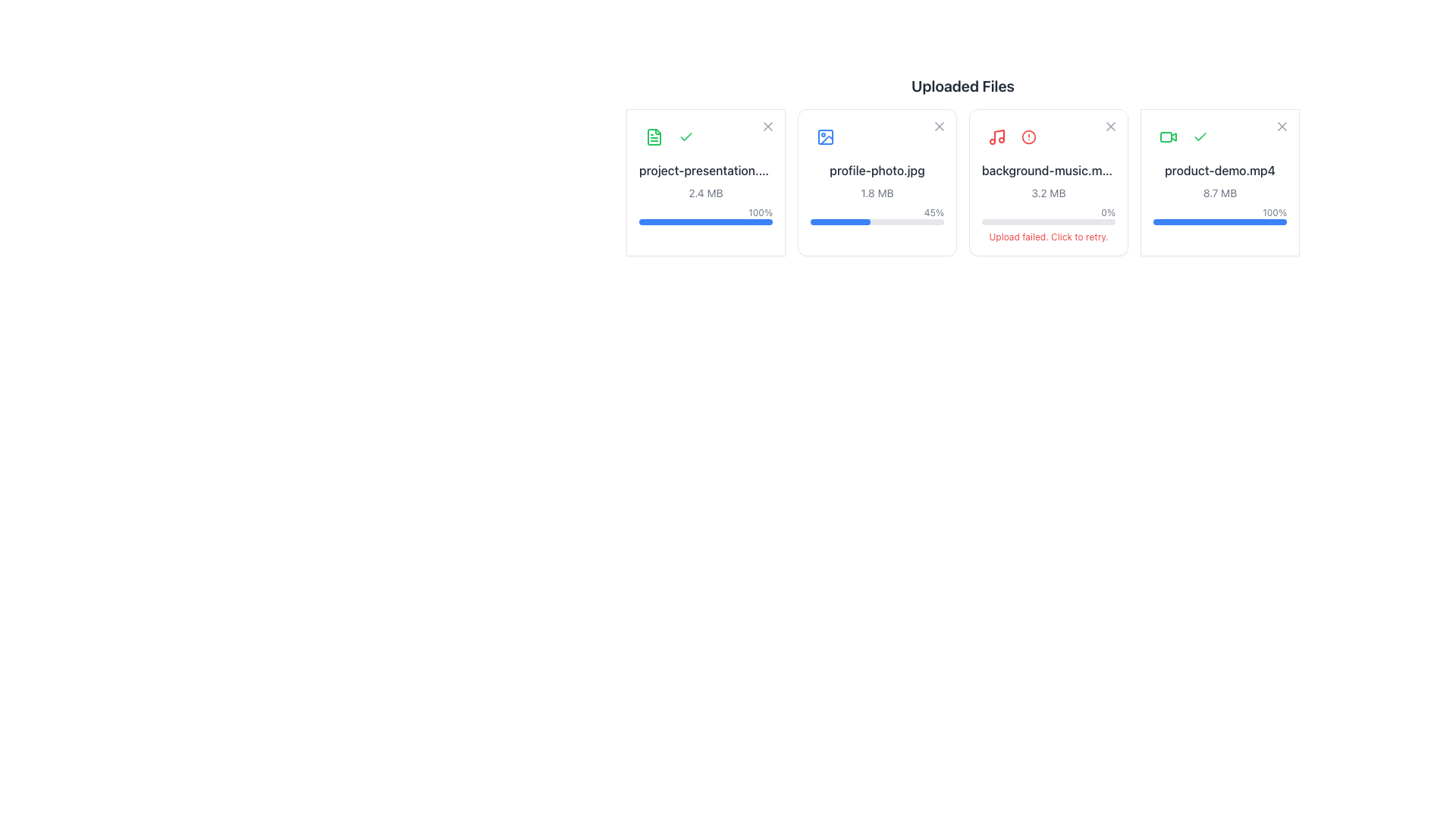  I want to click on the progress bar located at the bottom of the card for the 'product-demo.mp4' file, which indicates the file upload or download progress, so click(1219, 222).